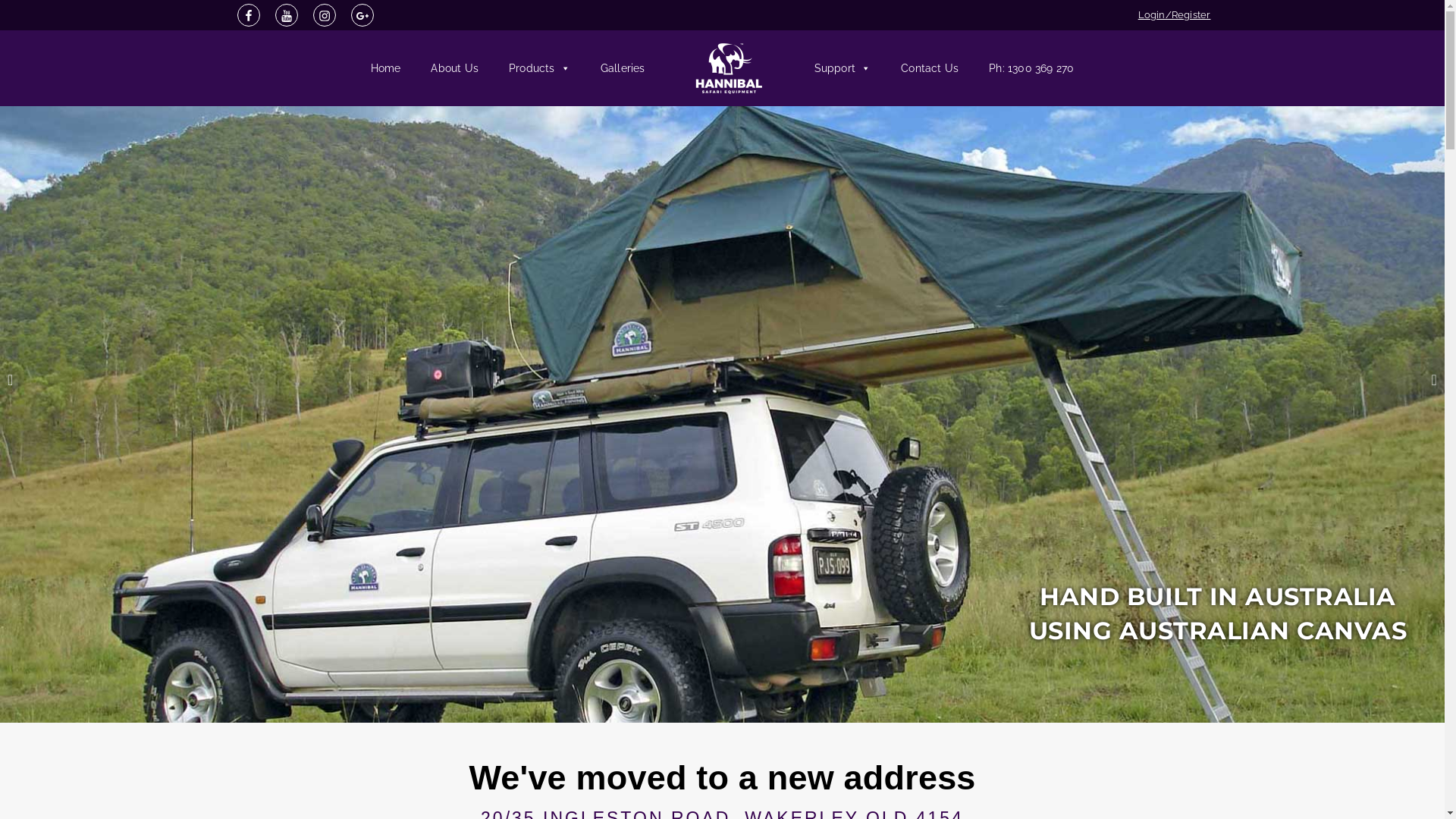  I want to click on 'Support', so click(799, 67).